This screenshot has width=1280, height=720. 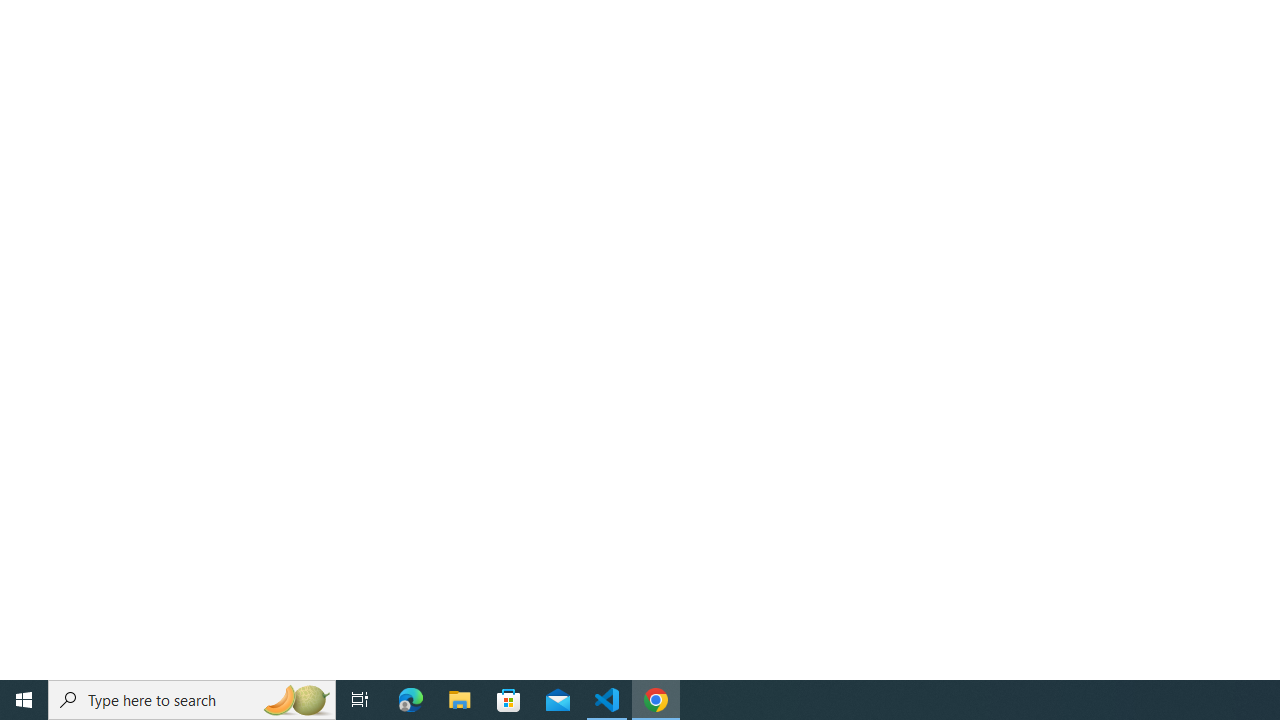 What do you see at coordinates (606, 698) in the screenshot?
I see `'Visual Studio Code - 1 running window'` at bounding box center [606, 698].